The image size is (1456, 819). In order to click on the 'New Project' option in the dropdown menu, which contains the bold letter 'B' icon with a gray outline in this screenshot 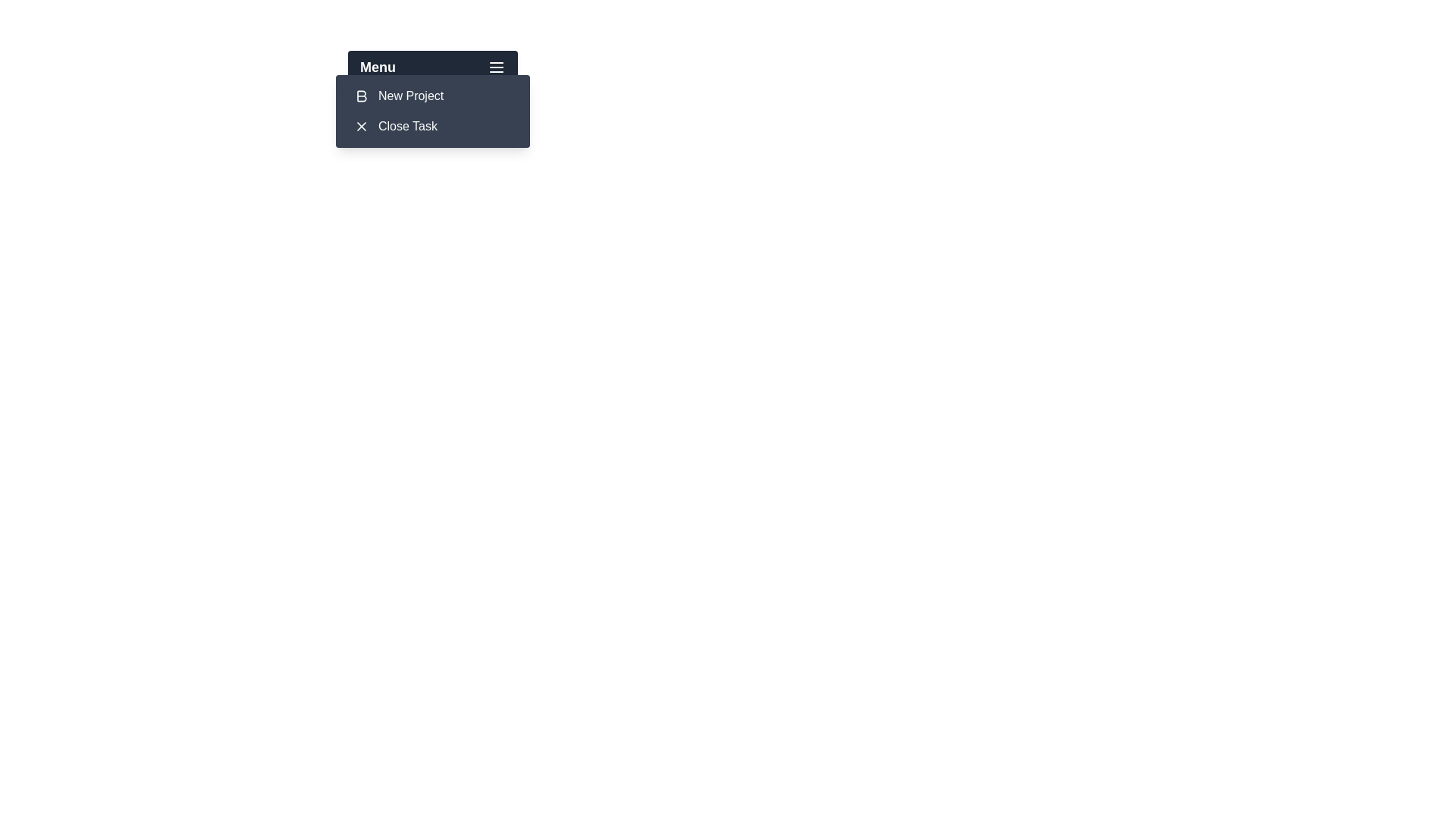, I will do `click(360, 96)`.